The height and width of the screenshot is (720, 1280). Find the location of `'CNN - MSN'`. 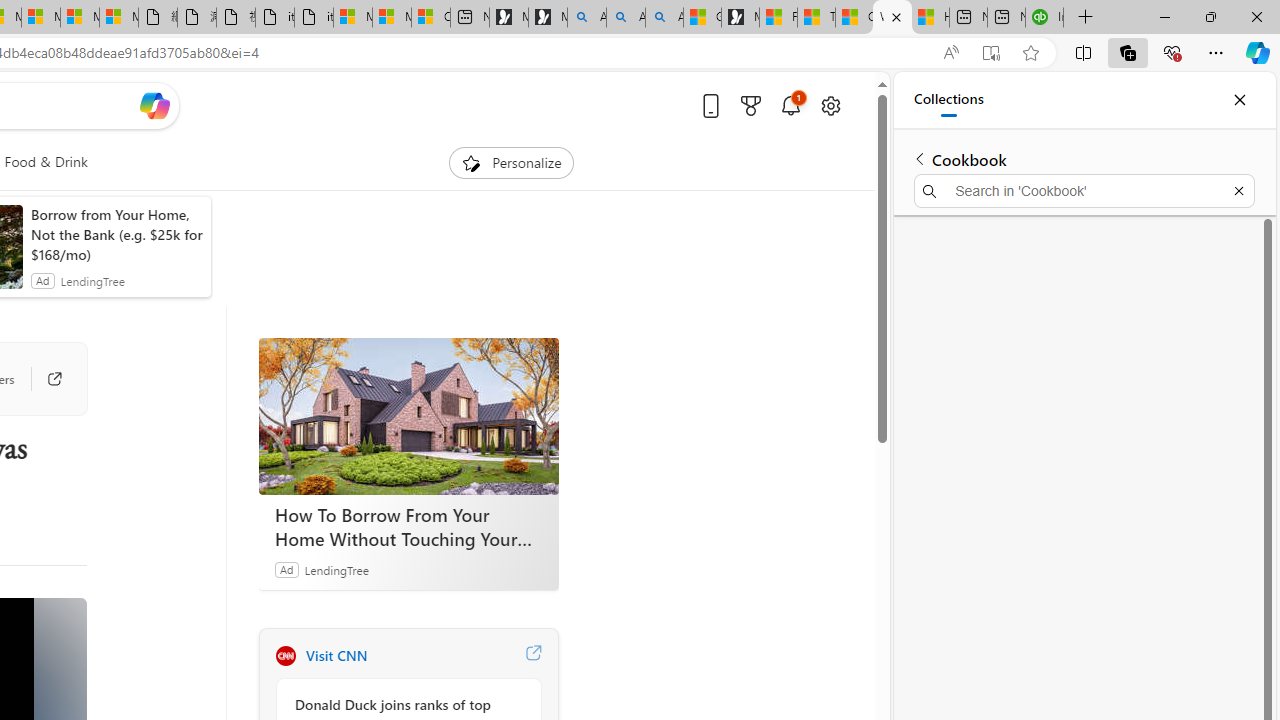

'CNN - MSN' is located at coordinates (854, 17).